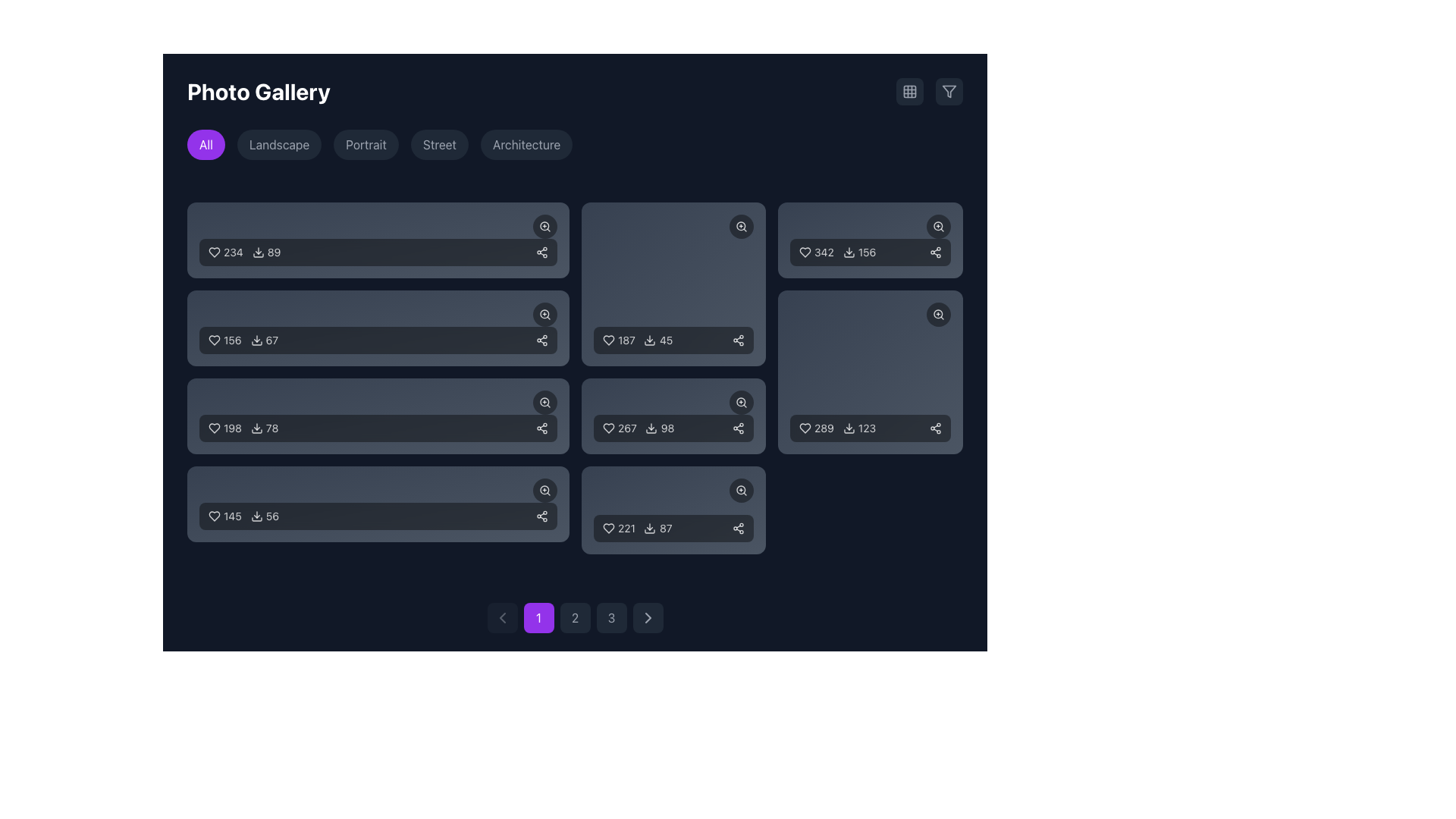  I want to click on the heart-shaped icon with a thin outline, stylized and hollow in the center, located on the left side of the fourth card in the main content grid, so click(214, 516).